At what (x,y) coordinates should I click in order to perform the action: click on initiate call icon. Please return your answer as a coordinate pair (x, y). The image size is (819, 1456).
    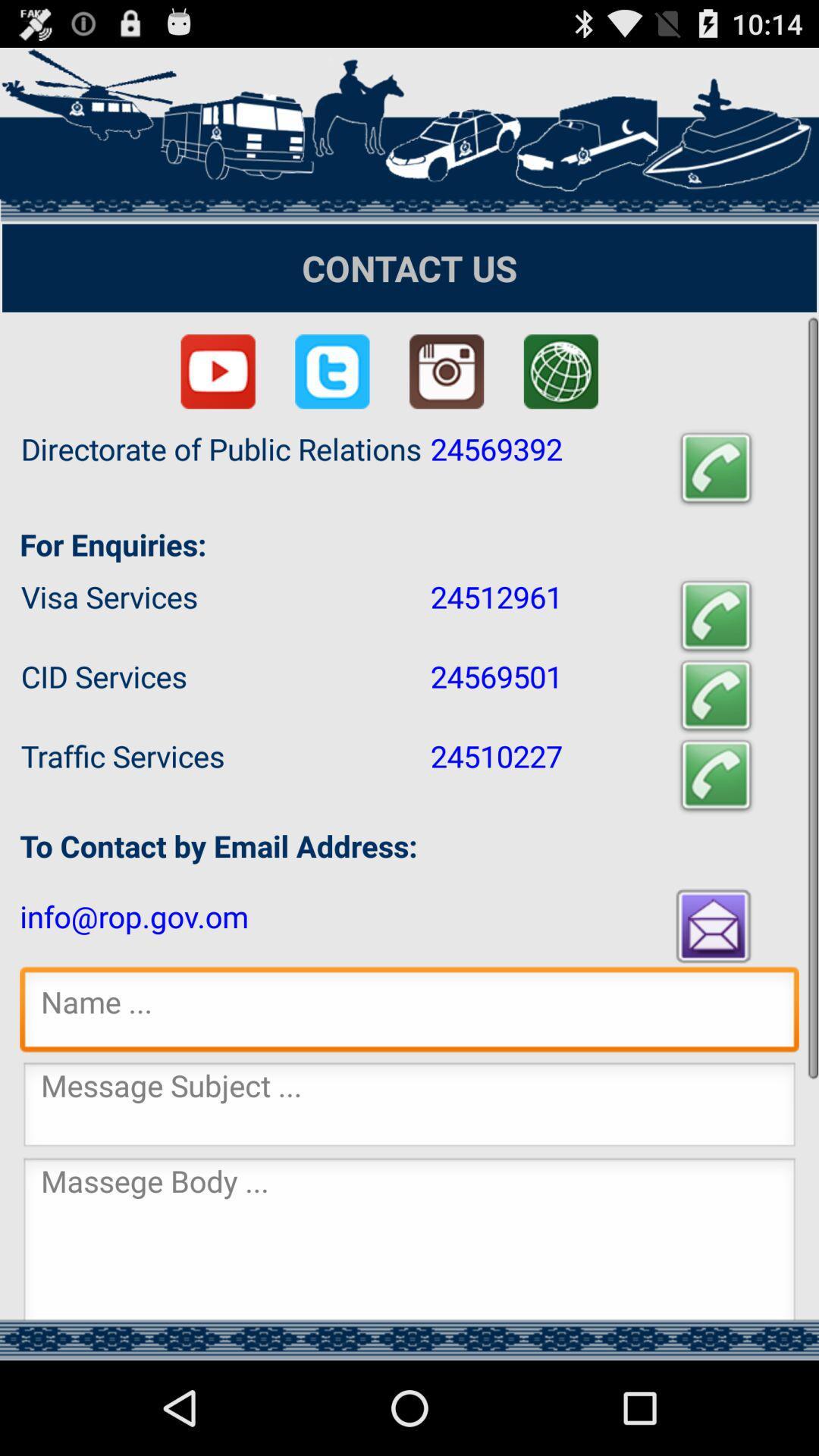
    Looking at the image, I should click on (716, 468).